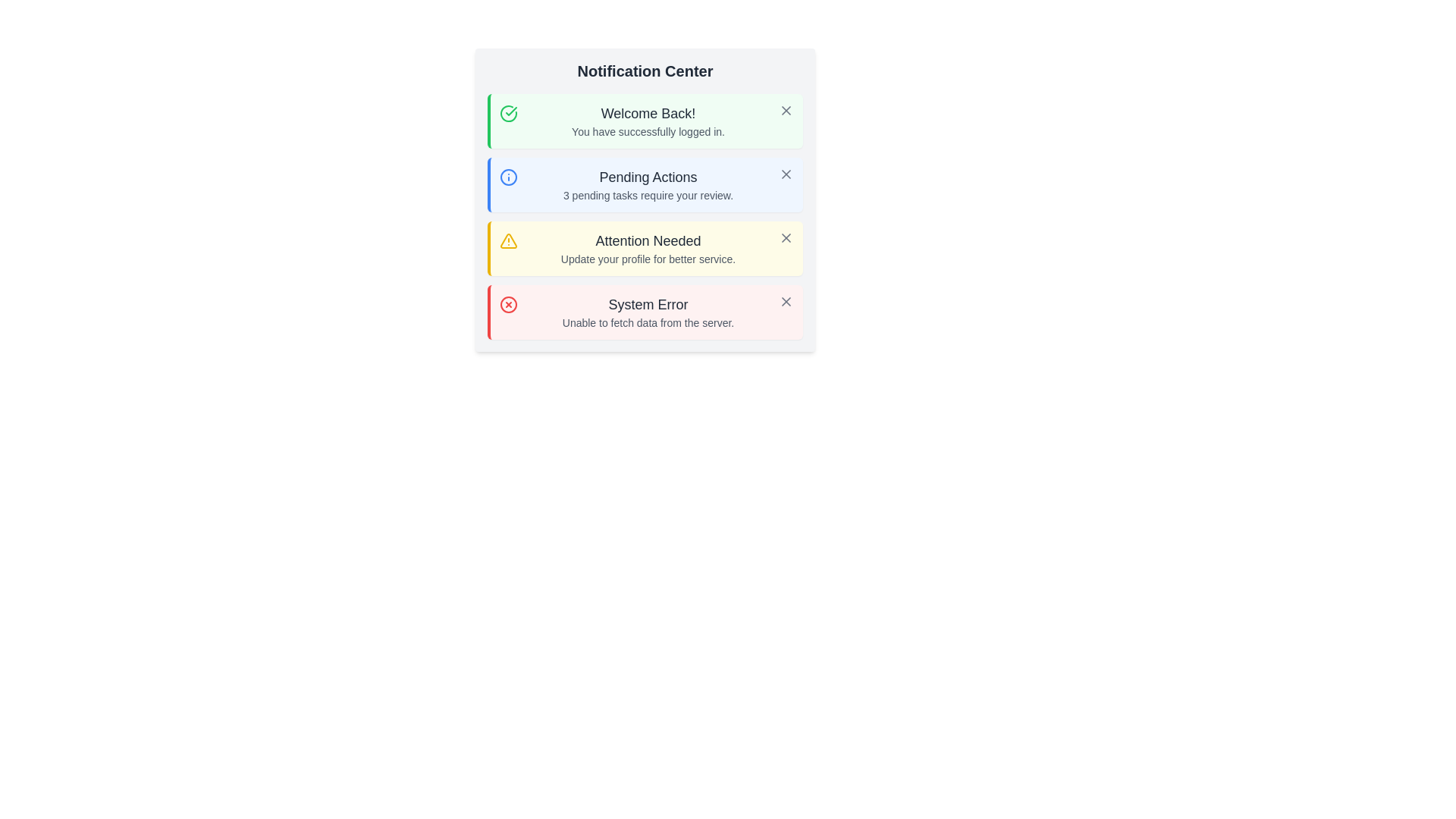 This screenshot has width=1456, height=819. I want to click on the 'Pending Actions' text label, which is a prominent header in dark gray, indicating pending tasks in the Notification Center, so click(648, 177).